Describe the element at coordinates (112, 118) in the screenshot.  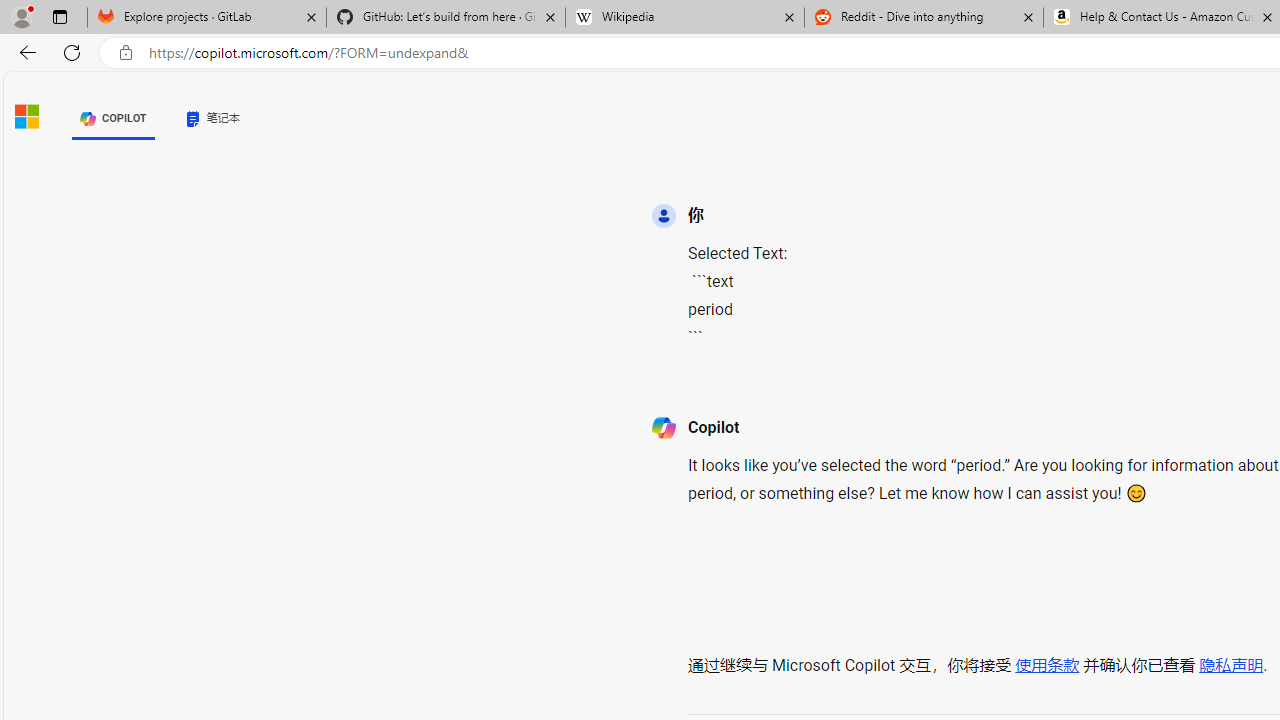
I see `'COPILOT'` at that location.